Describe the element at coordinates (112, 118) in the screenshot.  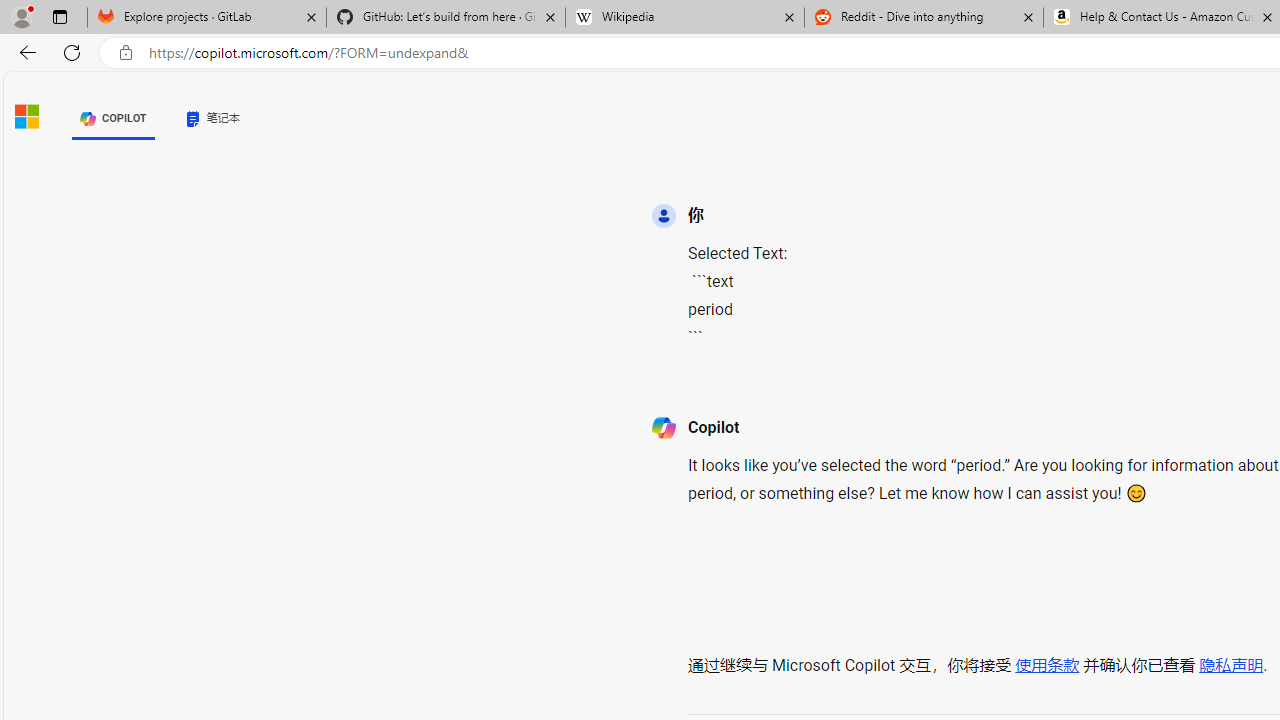
I see `'COPILOT'` at that location.